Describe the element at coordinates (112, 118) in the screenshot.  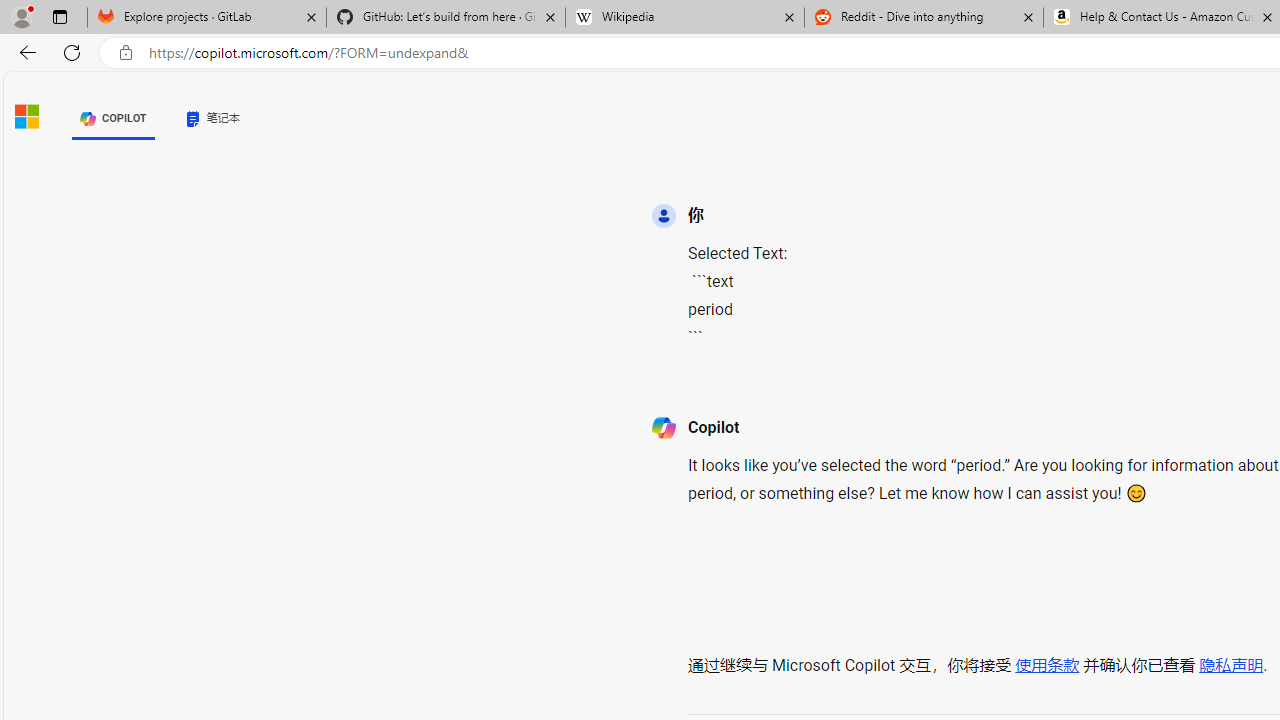
I see `'COPILOT'` at that location.